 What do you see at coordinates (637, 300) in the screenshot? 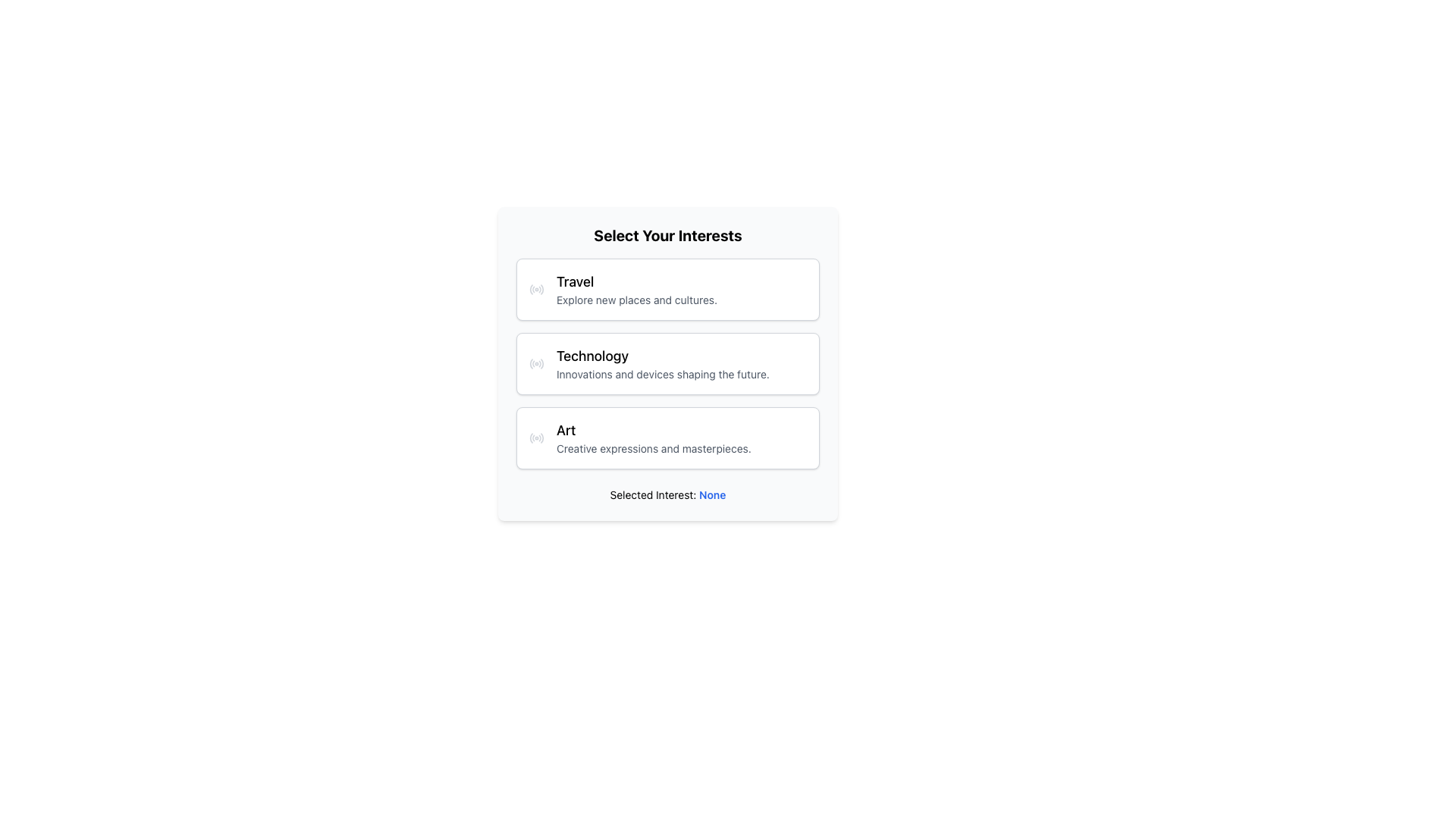
I see `the text label providing context for the 'Travel' category, located directly below the 'Travel' text and aligned to the left within the first interest option box` at bounding box center [637, 300].